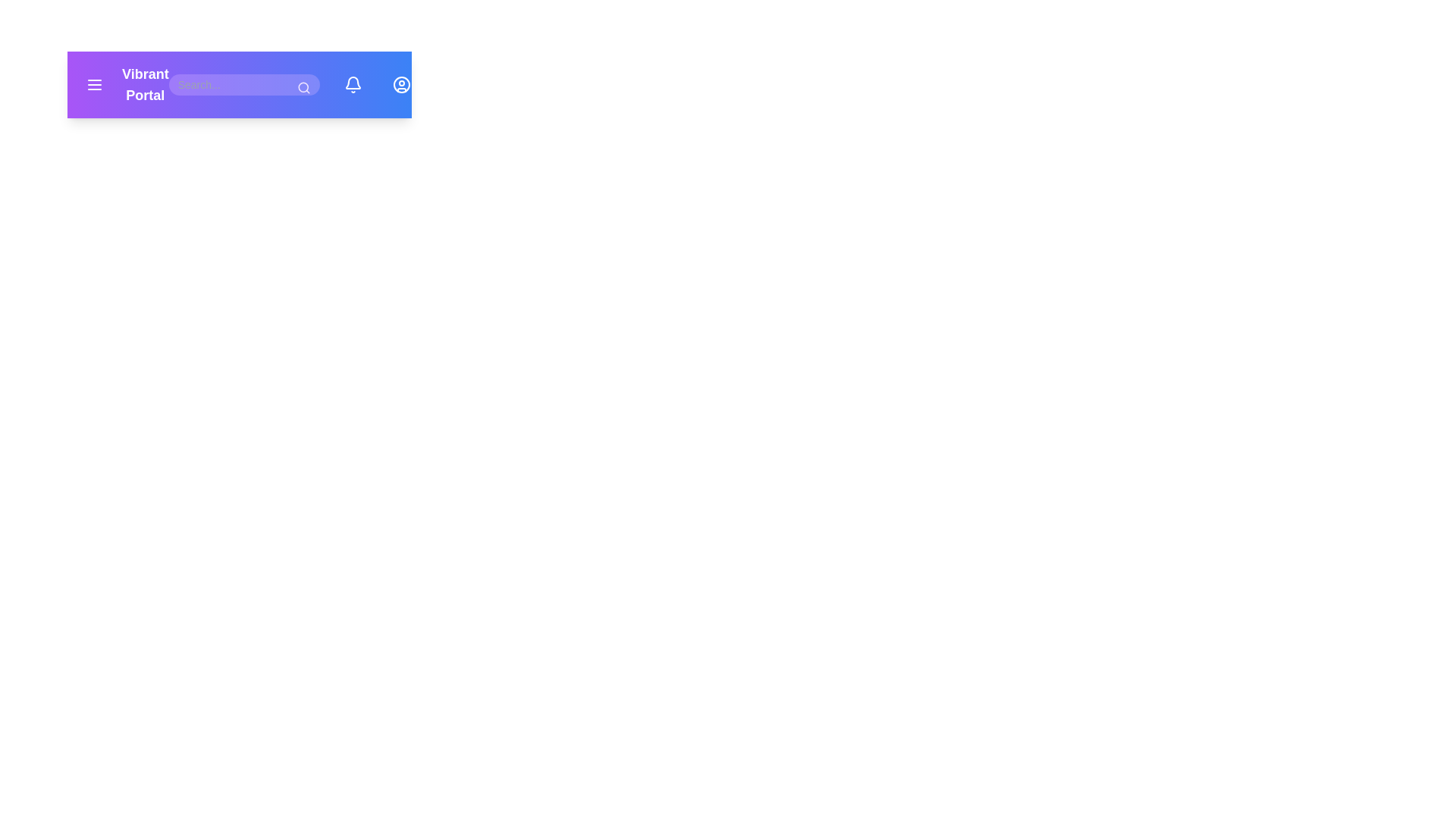 The height and width of the screenshot is (819, 1456). I want to click on the notification button to view notifications, so click(352, 84).